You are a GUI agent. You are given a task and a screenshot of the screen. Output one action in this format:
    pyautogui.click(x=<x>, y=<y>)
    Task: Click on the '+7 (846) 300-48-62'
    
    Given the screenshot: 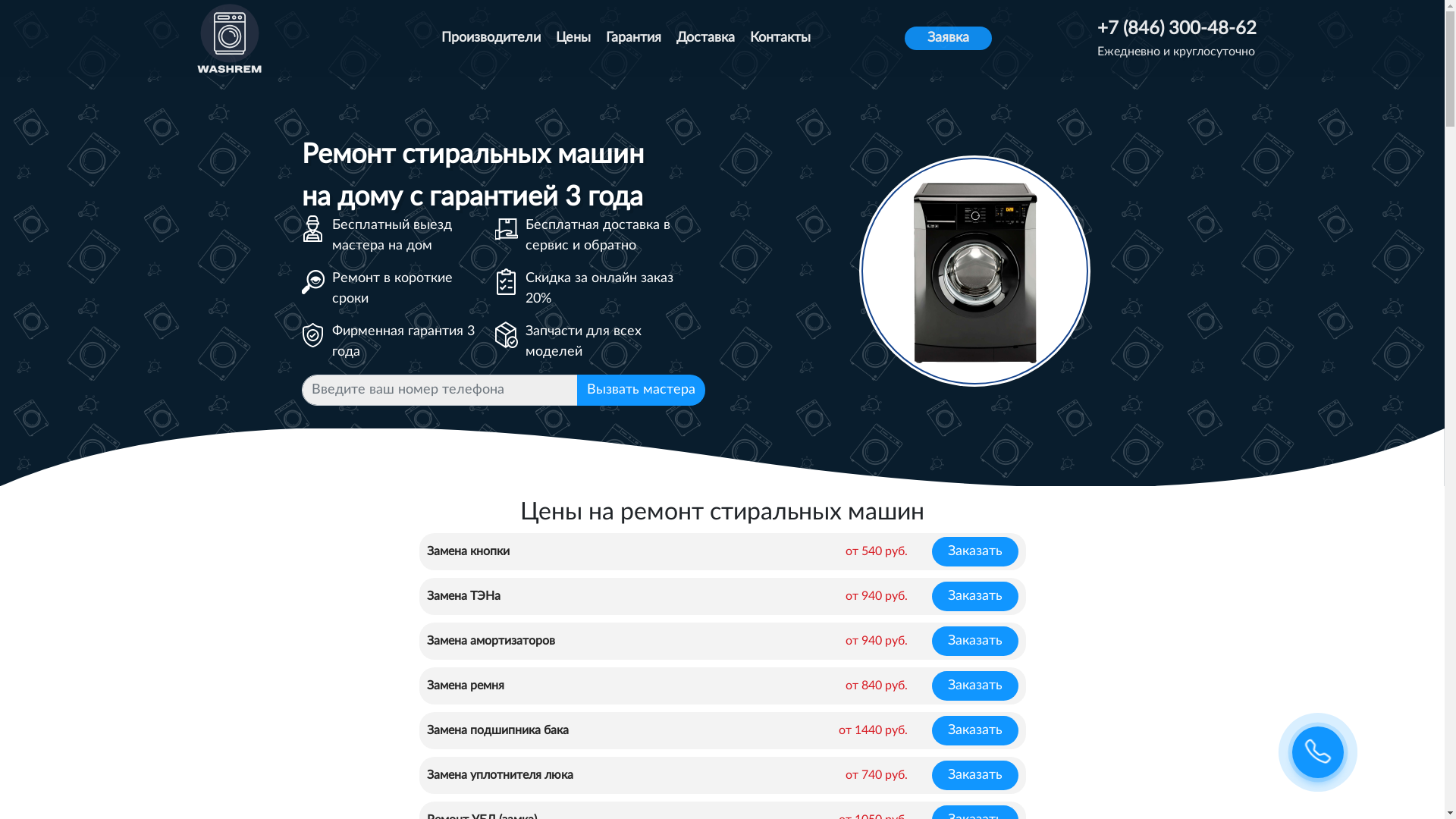 What is the action you would take?
    pyautogui.click(x=1175, y=29)
    